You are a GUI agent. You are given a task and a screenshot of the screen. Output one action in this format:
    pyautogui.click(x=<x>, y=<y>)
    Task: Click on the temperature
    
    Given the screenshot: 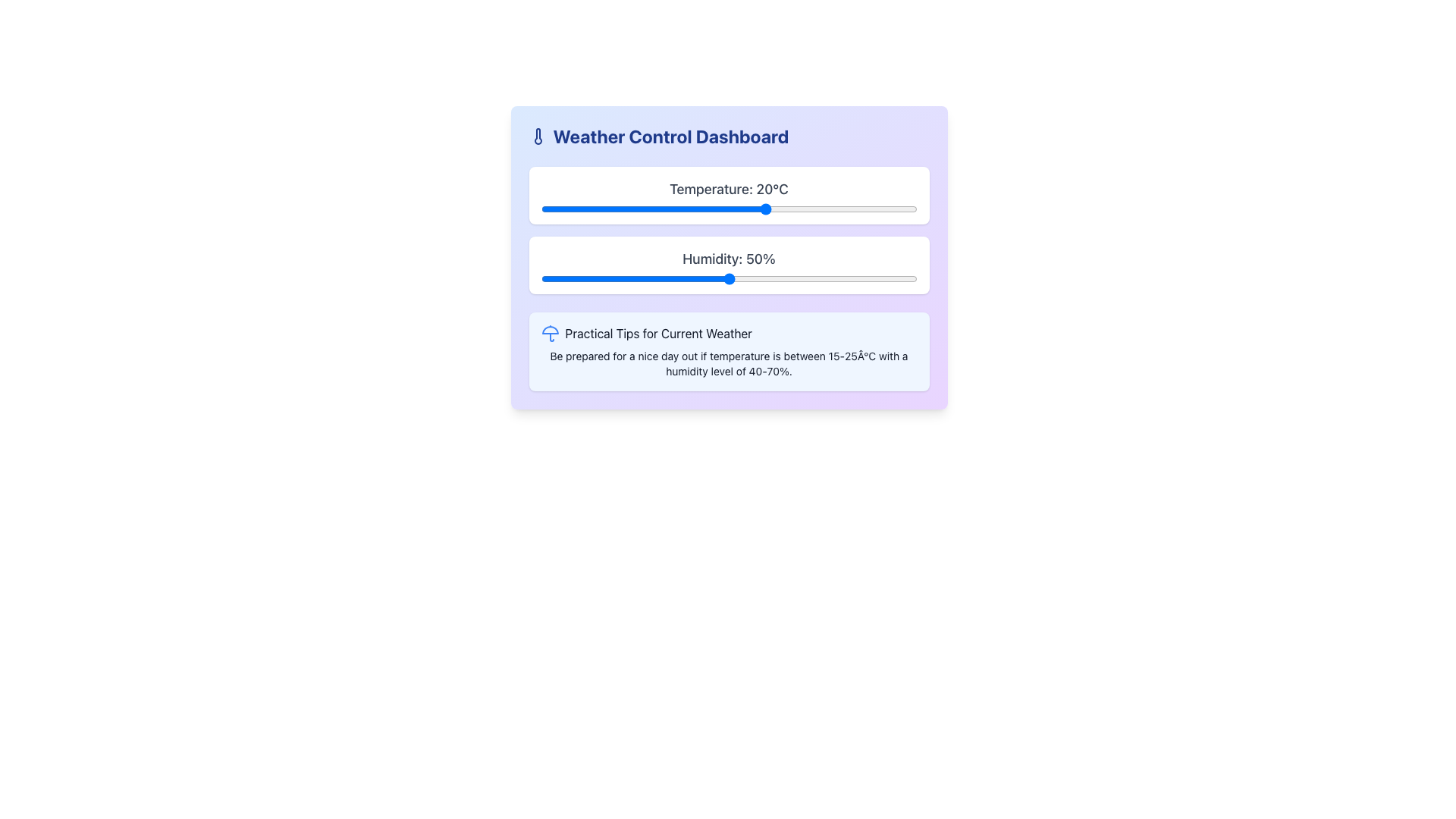 What is the action you would take?
    pyautogui.click(x=676, y=209)
    